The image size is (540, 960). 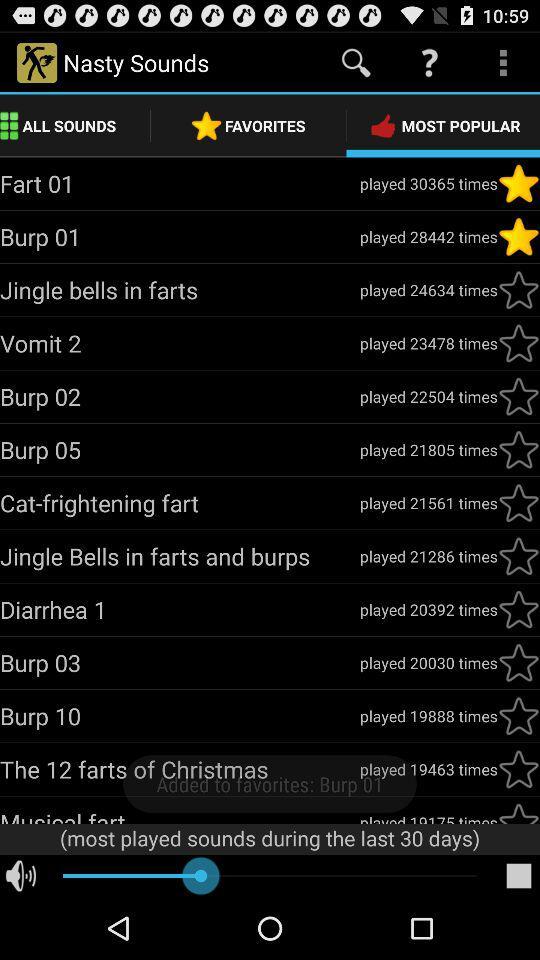 What do you see at coordinates (518, 662) in the screenshot?
I see `noise` at bounding box center [518, 662].